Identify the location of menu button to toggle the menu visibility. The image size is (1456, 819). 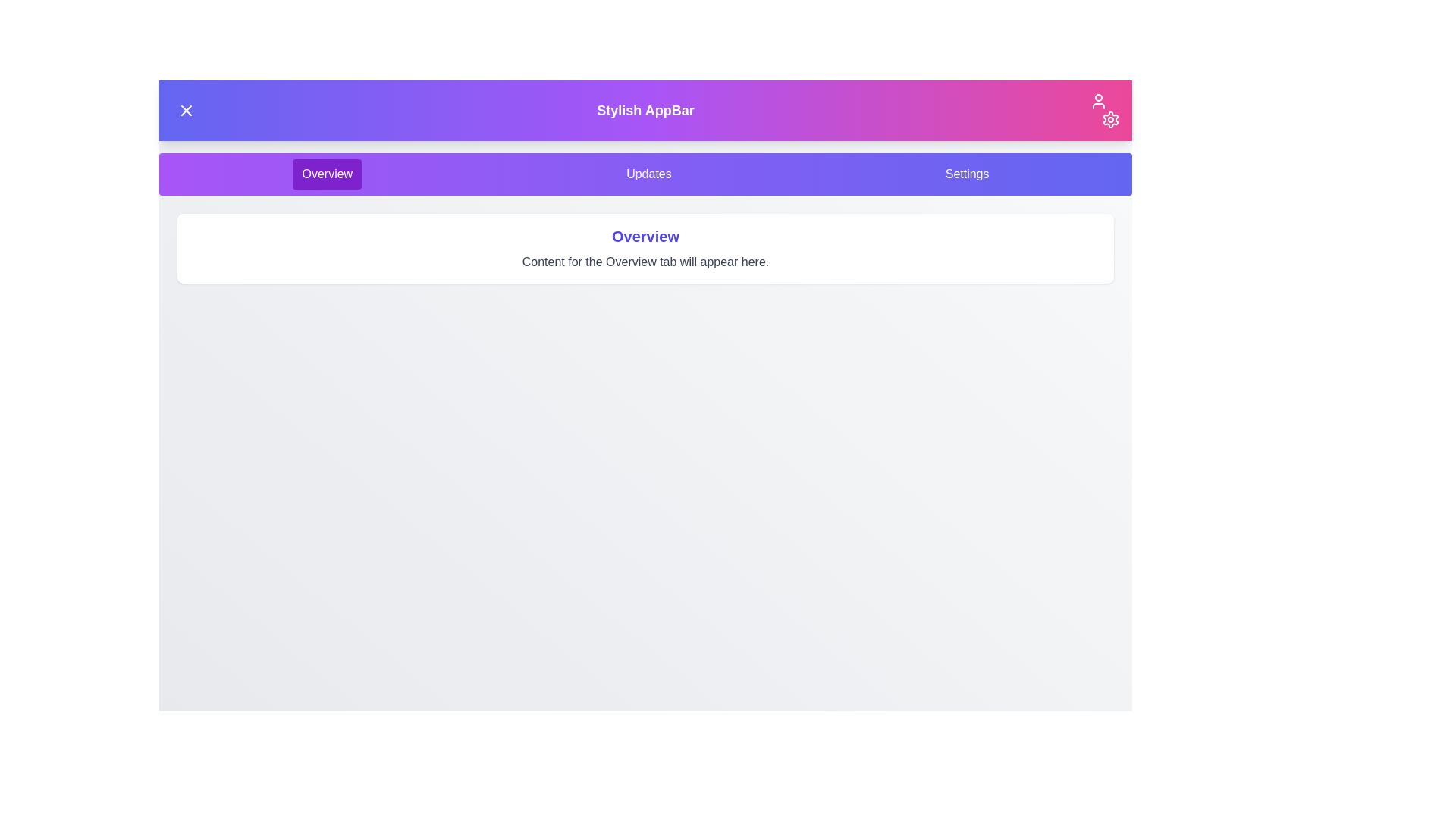
(185, 110).